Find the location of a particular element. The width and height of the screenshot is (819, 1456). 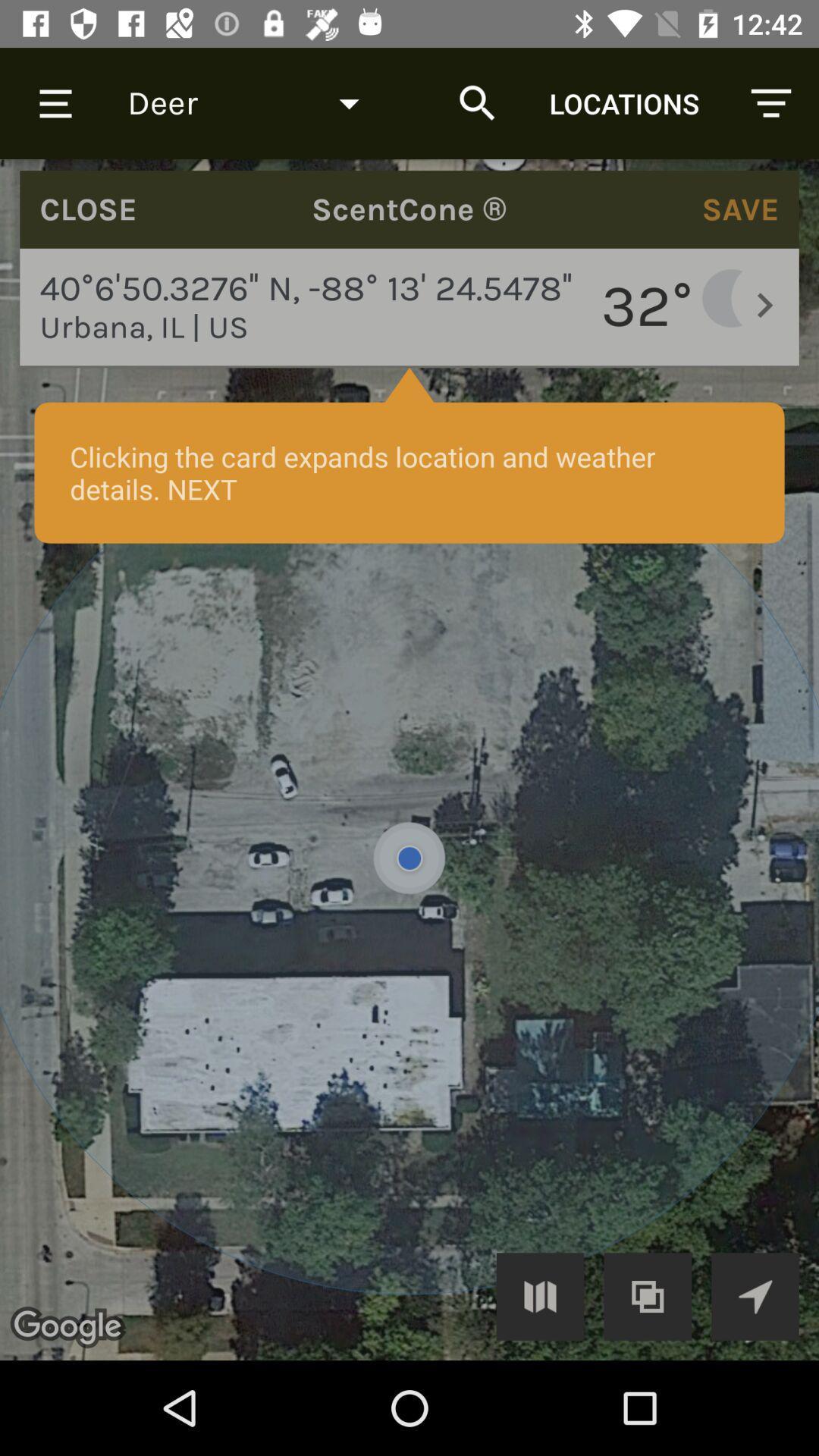

gps map with temperature is located at coordinates (409, 760).